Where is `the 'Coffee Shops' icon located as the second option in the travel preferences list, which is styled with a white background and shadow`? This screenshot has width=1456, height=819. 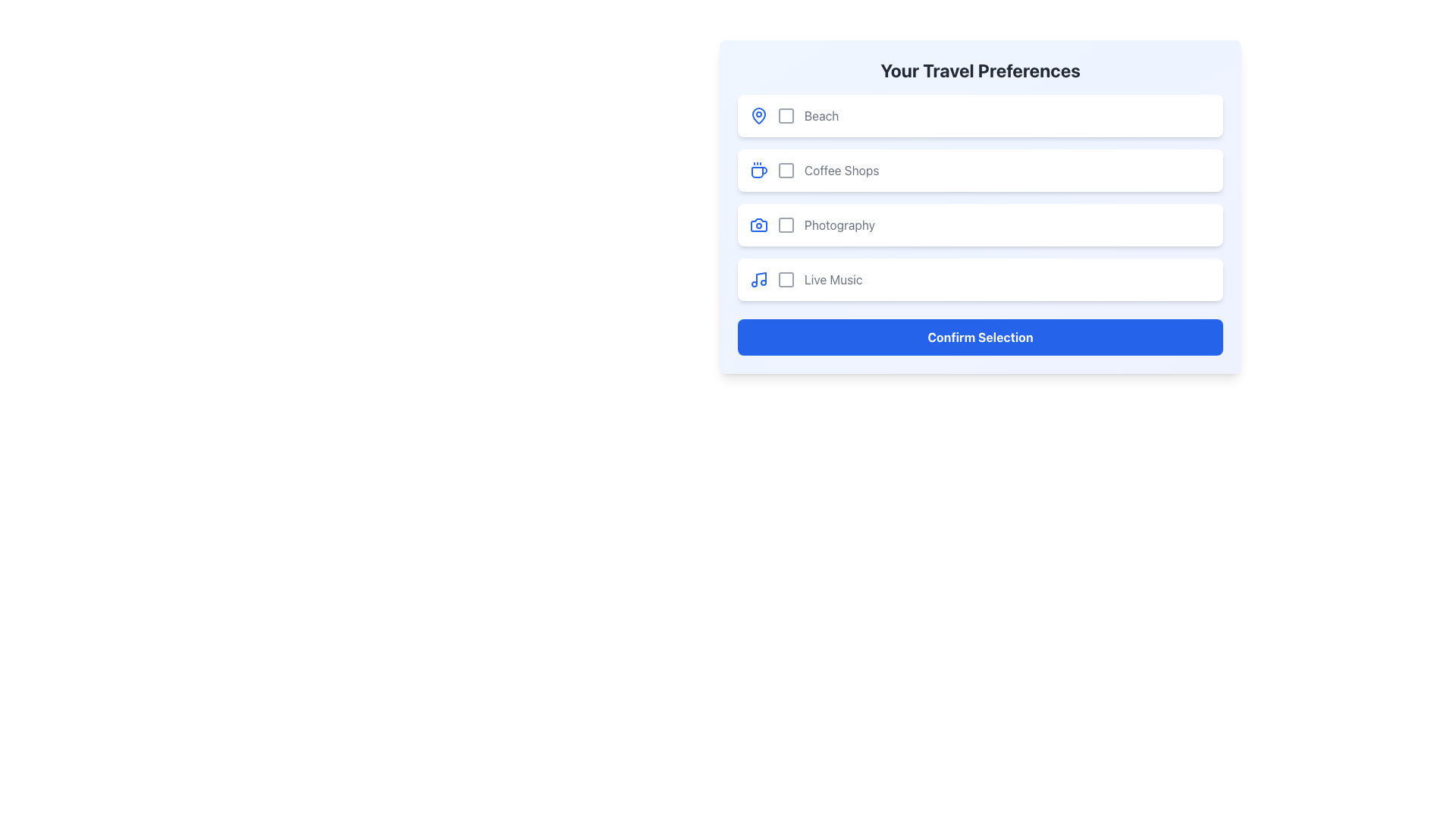
the 'Coffee Shops' icon located as the second option in the travel preferences list, which is styled with a white background and shadow is located at coordinates (759, 170).